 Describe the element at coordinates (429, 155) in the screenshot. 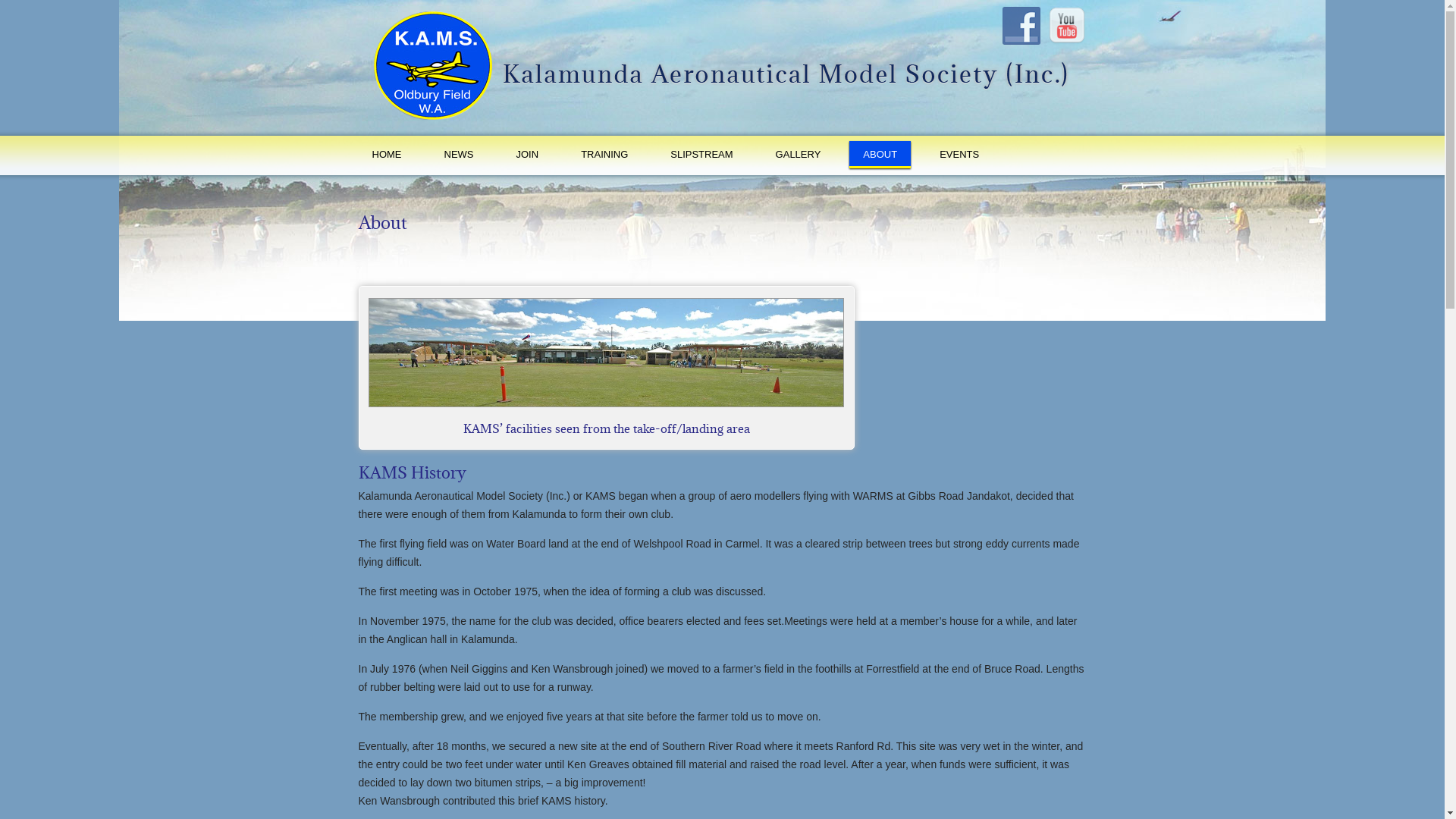

I see `'NEWS'` at that location.